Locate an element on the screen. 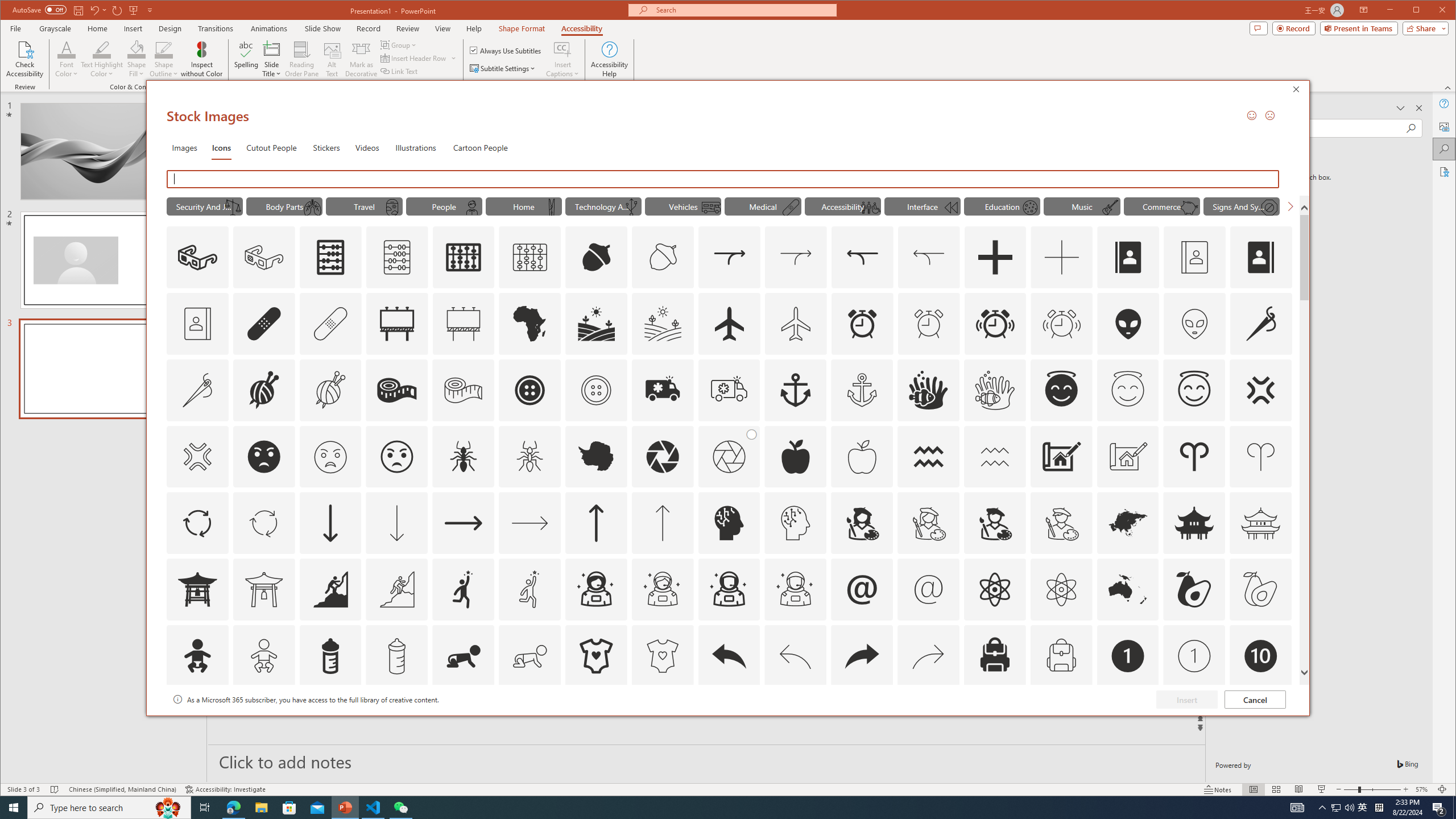 The height and width of the screenshot is (819, 1456). 'AutomationID: Icons_Aspiration1_M' is located at coordinates (529, 589).